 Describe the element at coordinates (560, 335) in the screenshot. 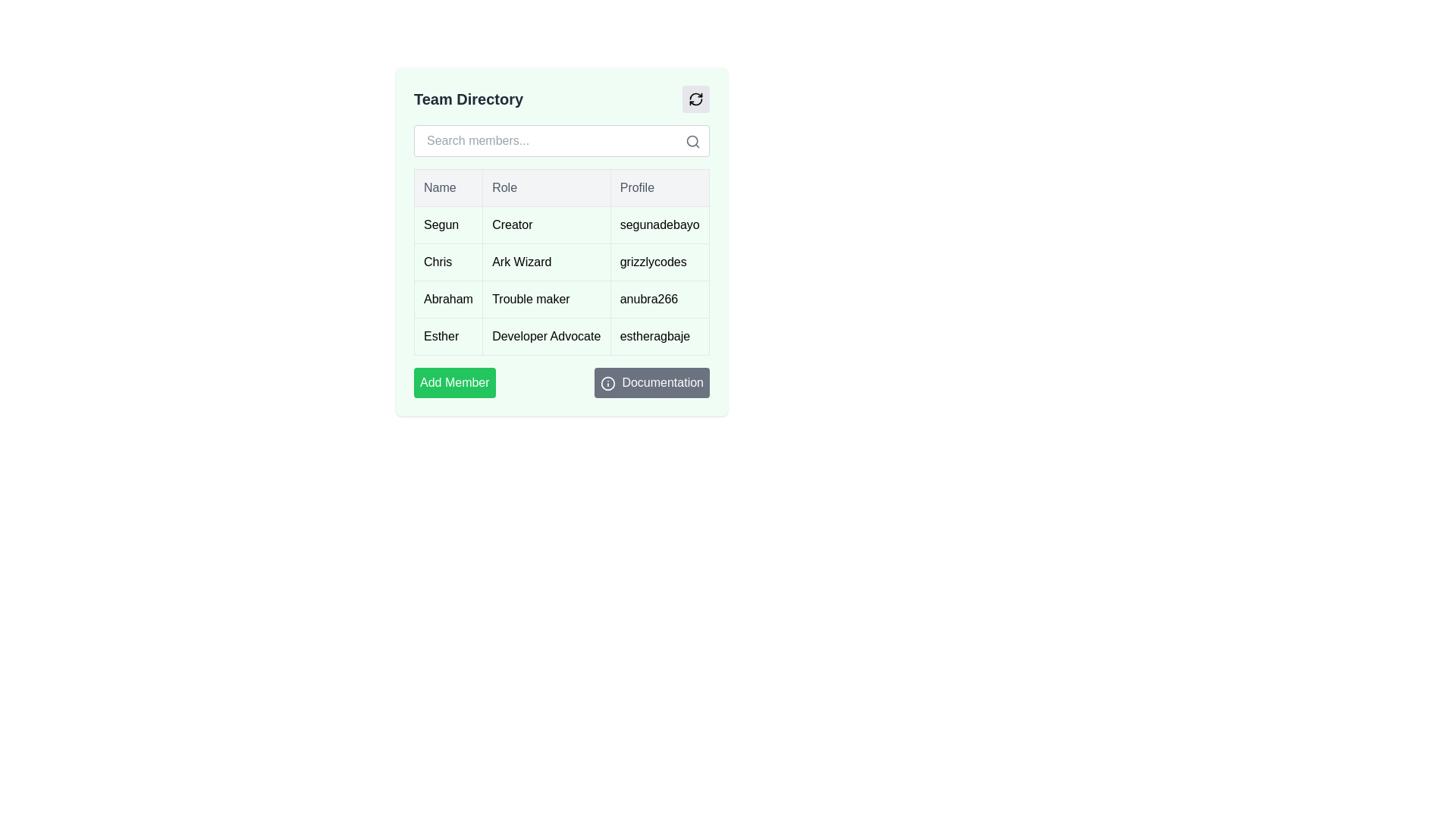

I see `the fourth row of the table under the 'Team Directory' header, which contains the entries 'Esther', 'Developer Advocate', and 'estheragbaje', to invoke a context menu` at that location.